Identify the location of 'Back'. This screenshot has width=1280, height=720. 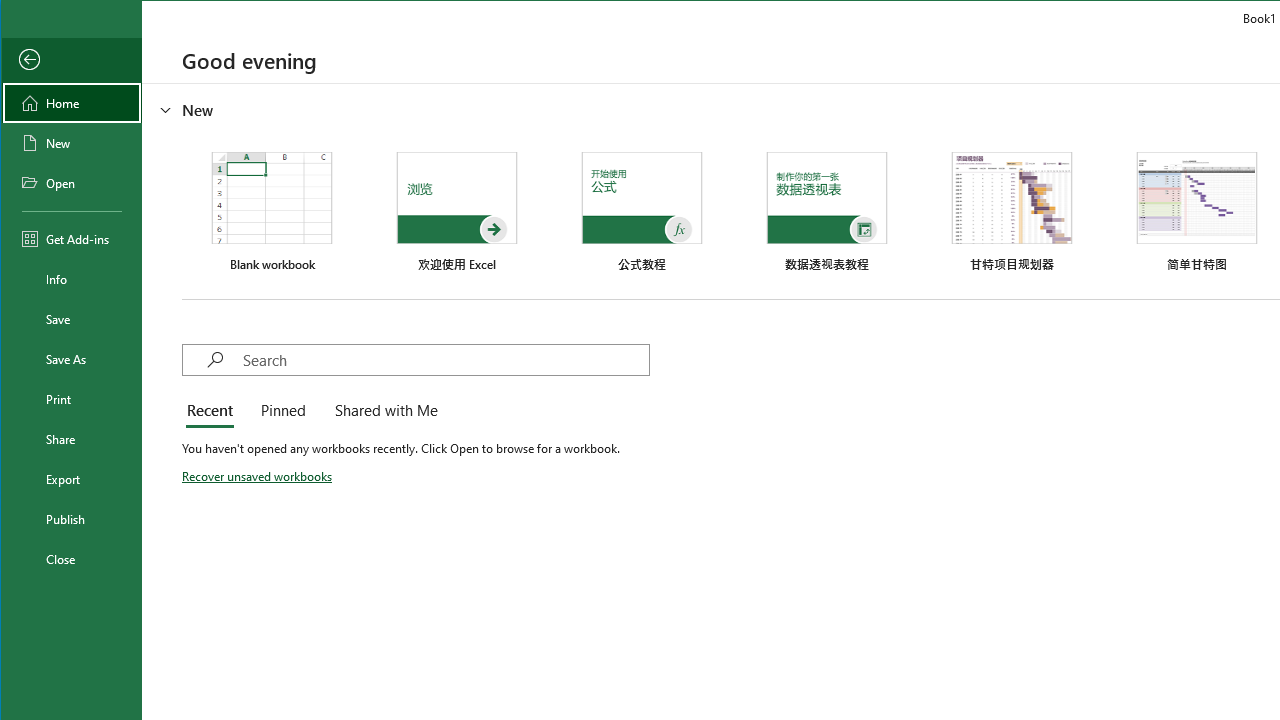
(72, 59).